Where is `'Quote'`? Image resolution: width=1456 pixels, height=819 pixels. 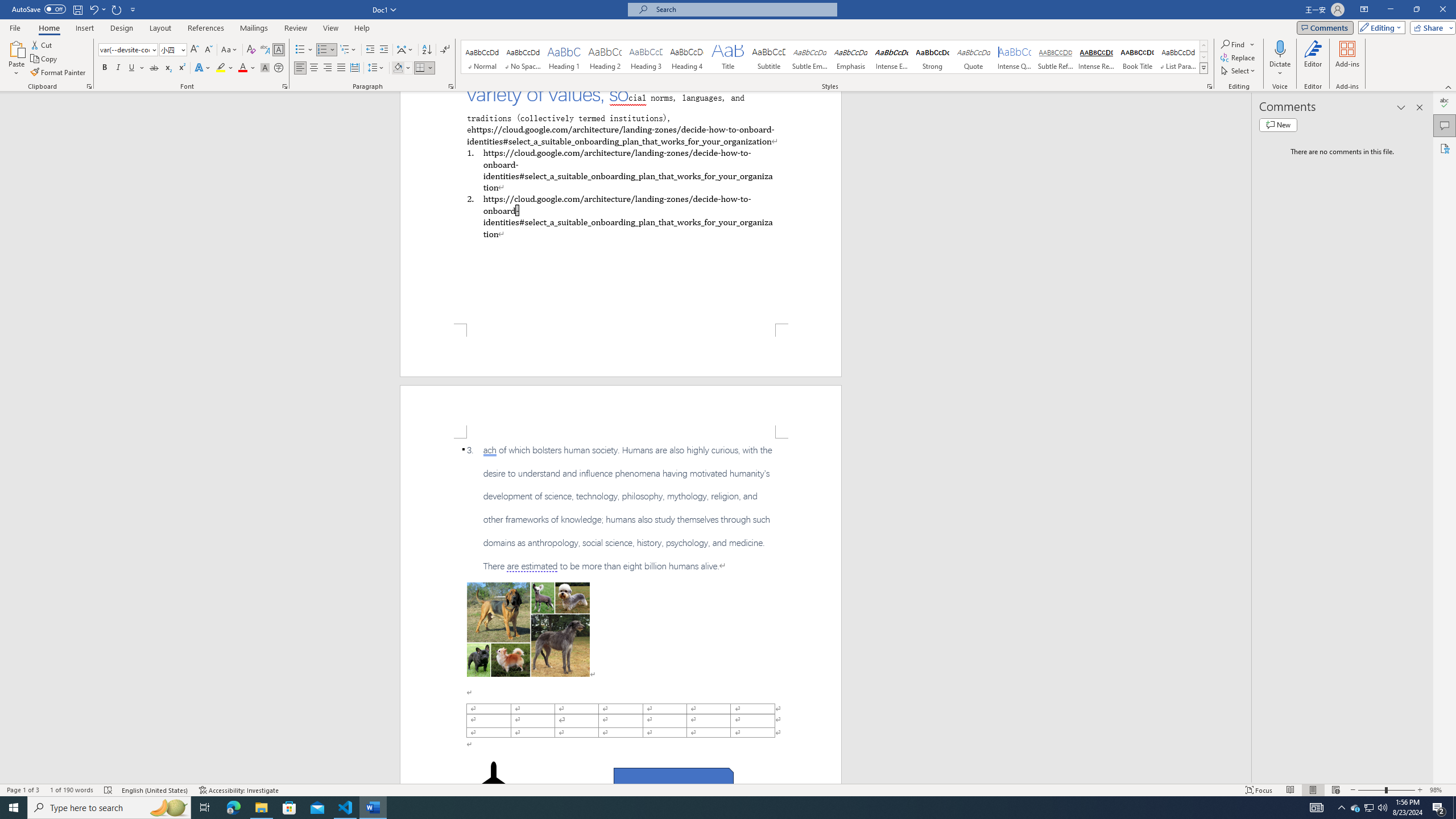 'Quote' is located at coordinates (974, 56).